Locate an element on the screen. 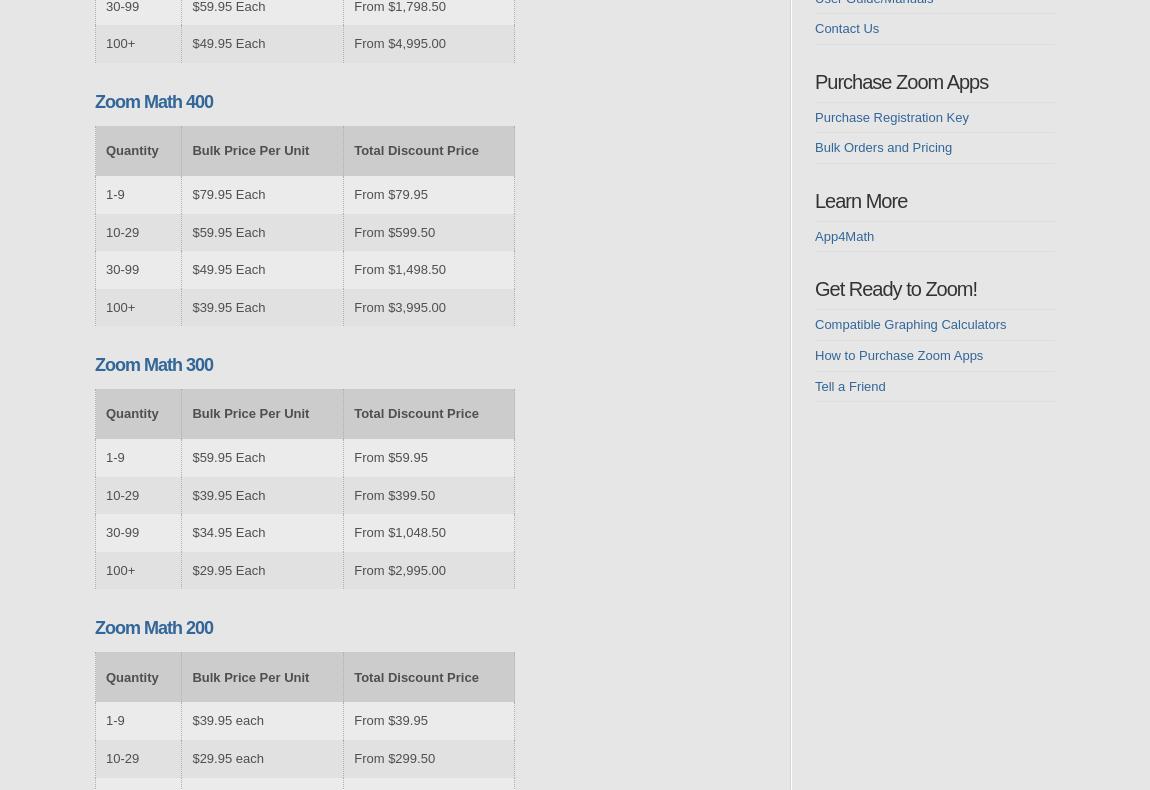  'From $1,048.50' is located at coordinates (353, 531).